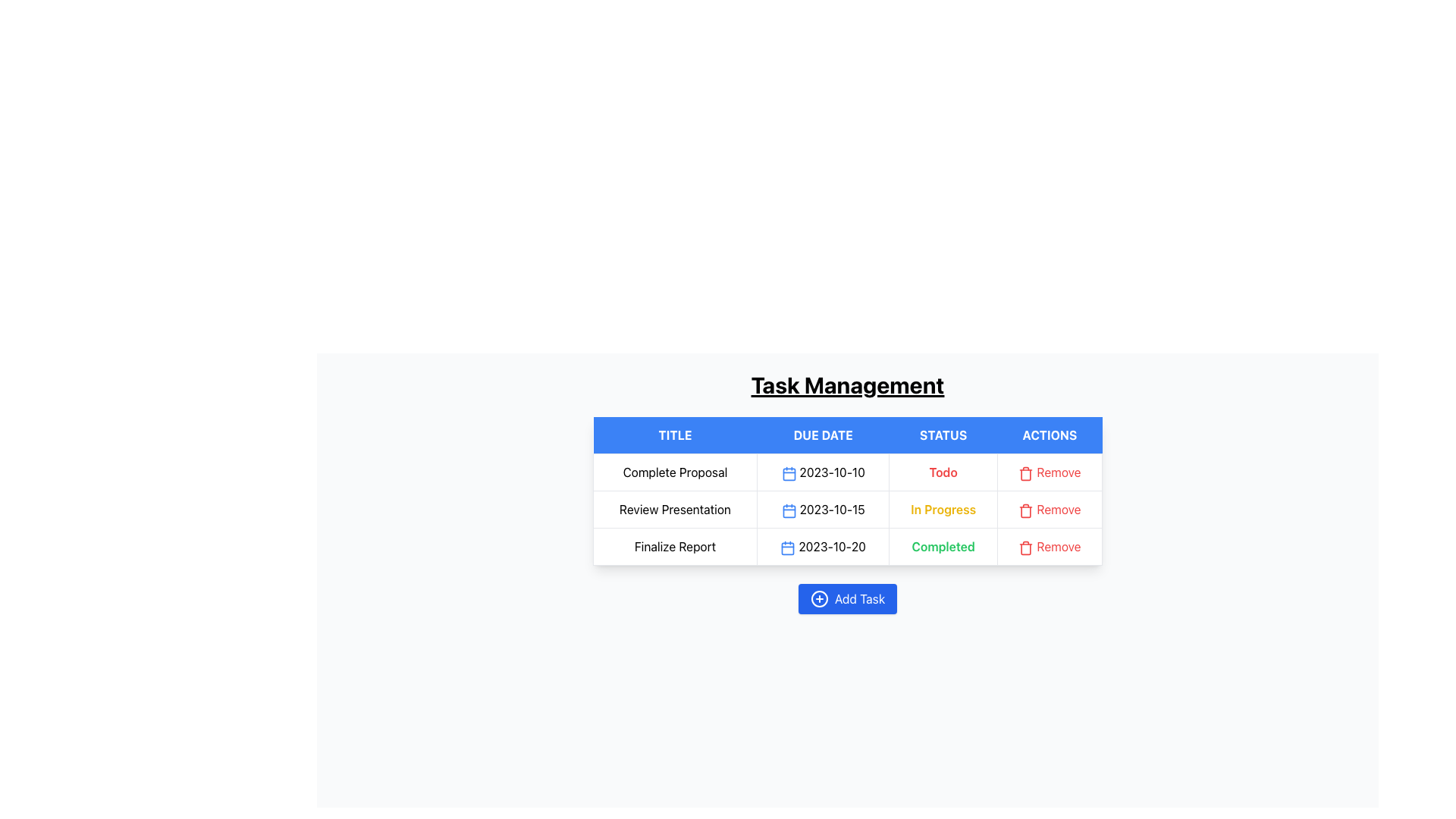  What do you see at coordinates (847, 509) in the screenshot?
I see `the task entry in the task management system that is the second row in the table, displaying task information including title, due date, status, and an option to remove the task` at bounding box center [847, 509].